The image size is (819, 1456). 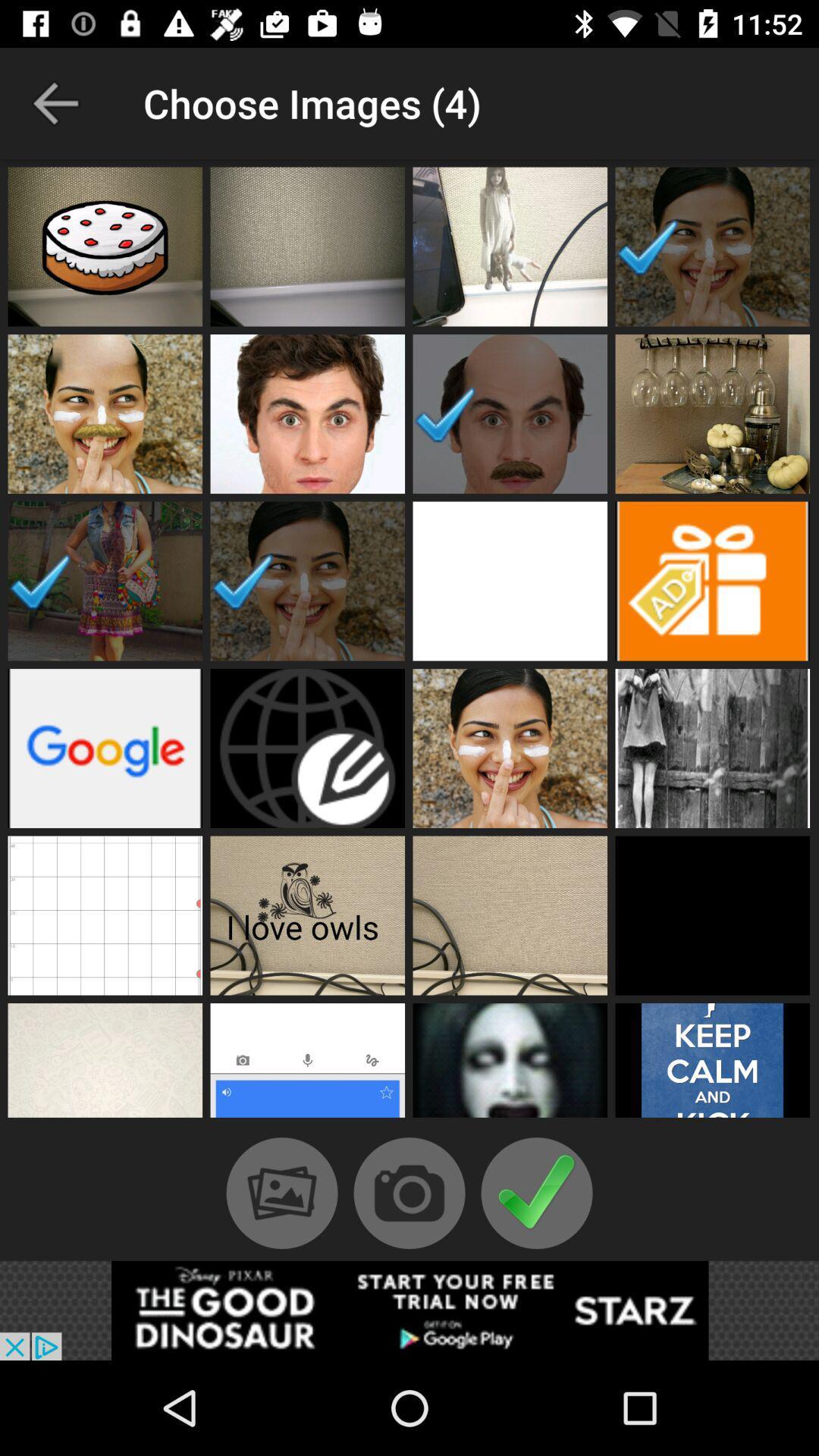 I want to click on choose image, so click(x=307, y=1063).